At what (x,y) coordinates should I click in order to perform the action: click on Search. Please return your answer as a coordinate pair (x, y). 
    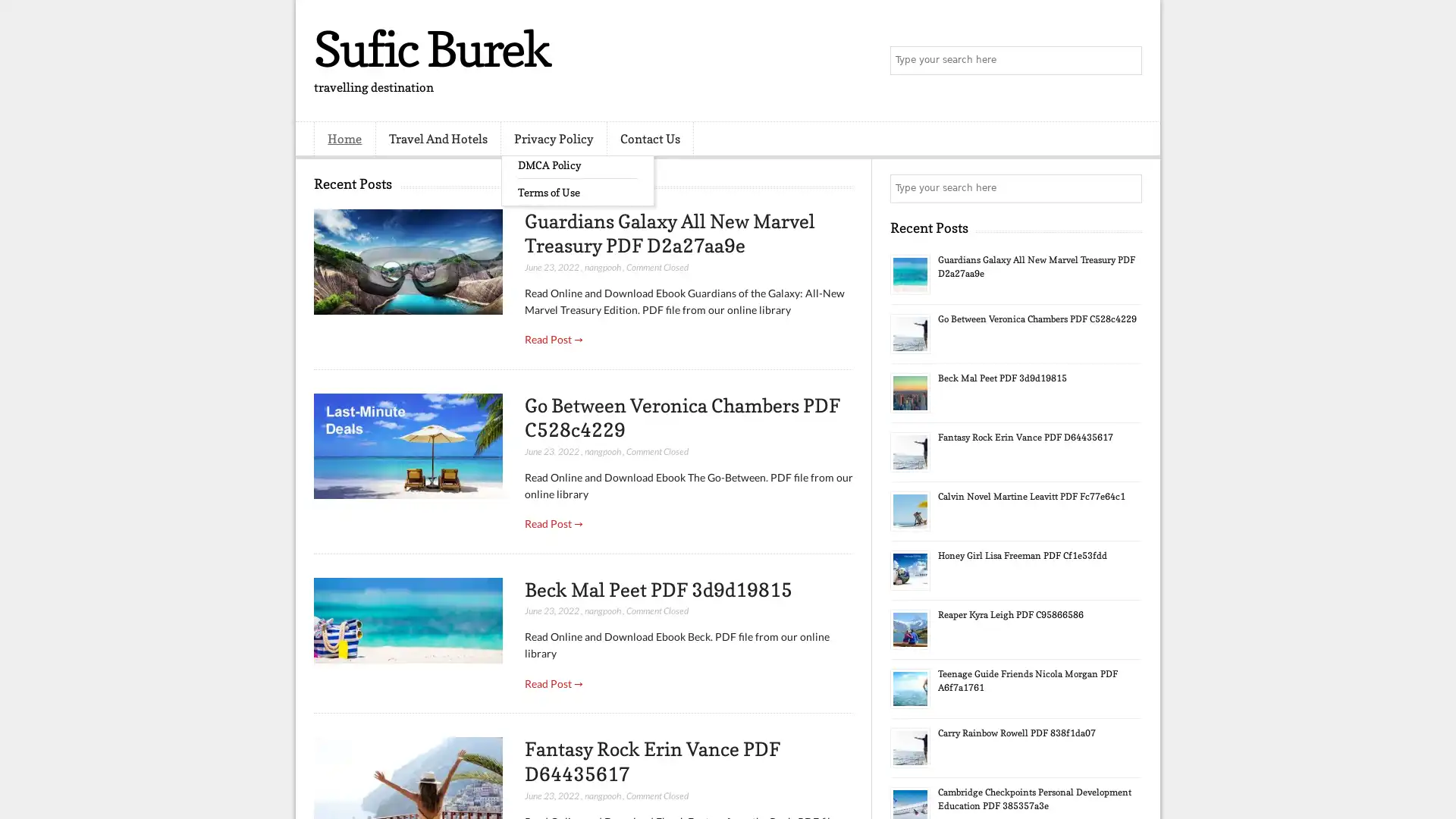
    Looking at the image, I should click on (1126, 188).